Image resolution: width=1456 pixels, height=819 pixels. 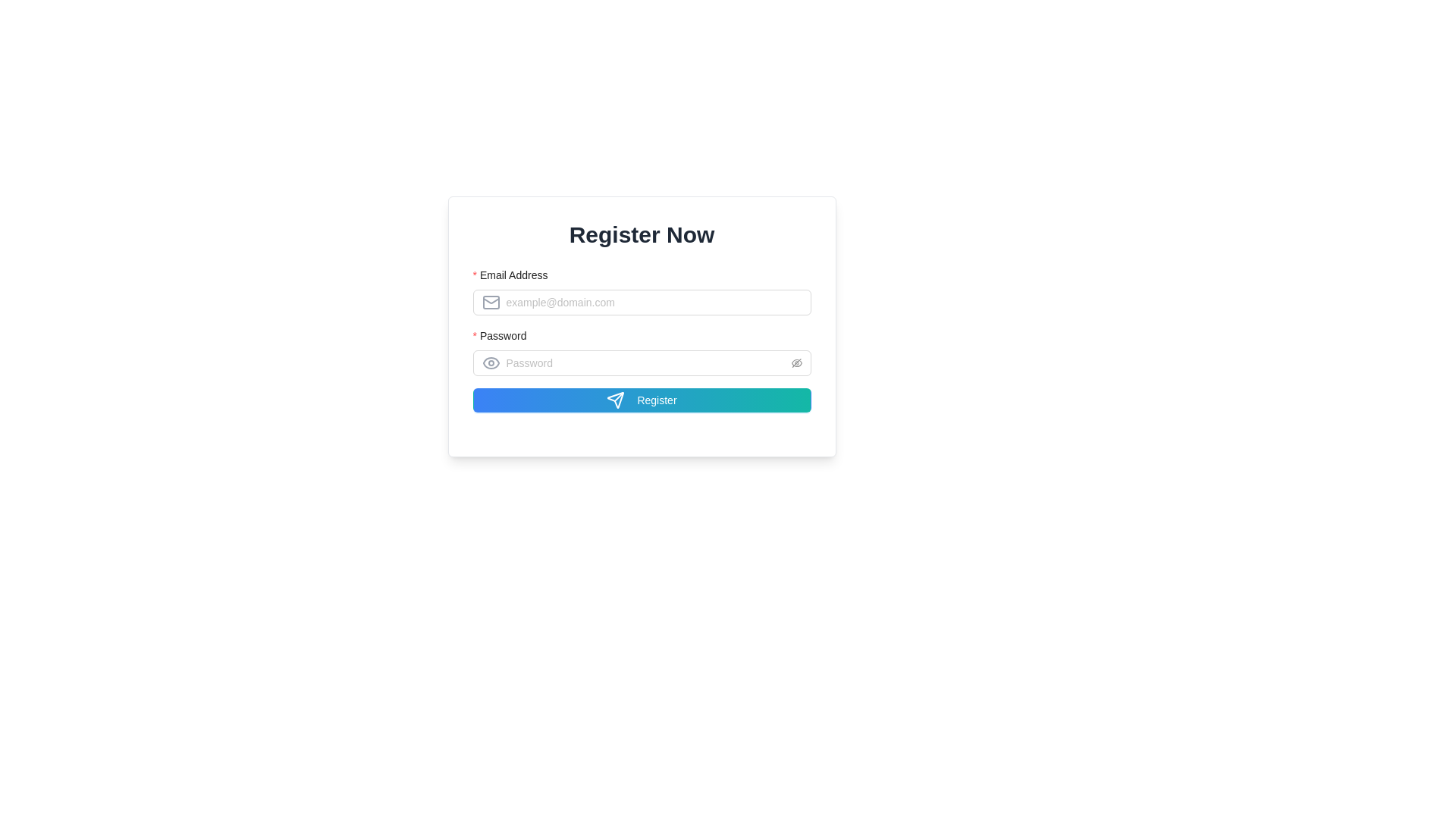 What do you see at coordinates (492, 302) in the screenshot?
I see `the contextual icon indicating the purpose of the email input field in the registration form` at bounding box center [492, 302].